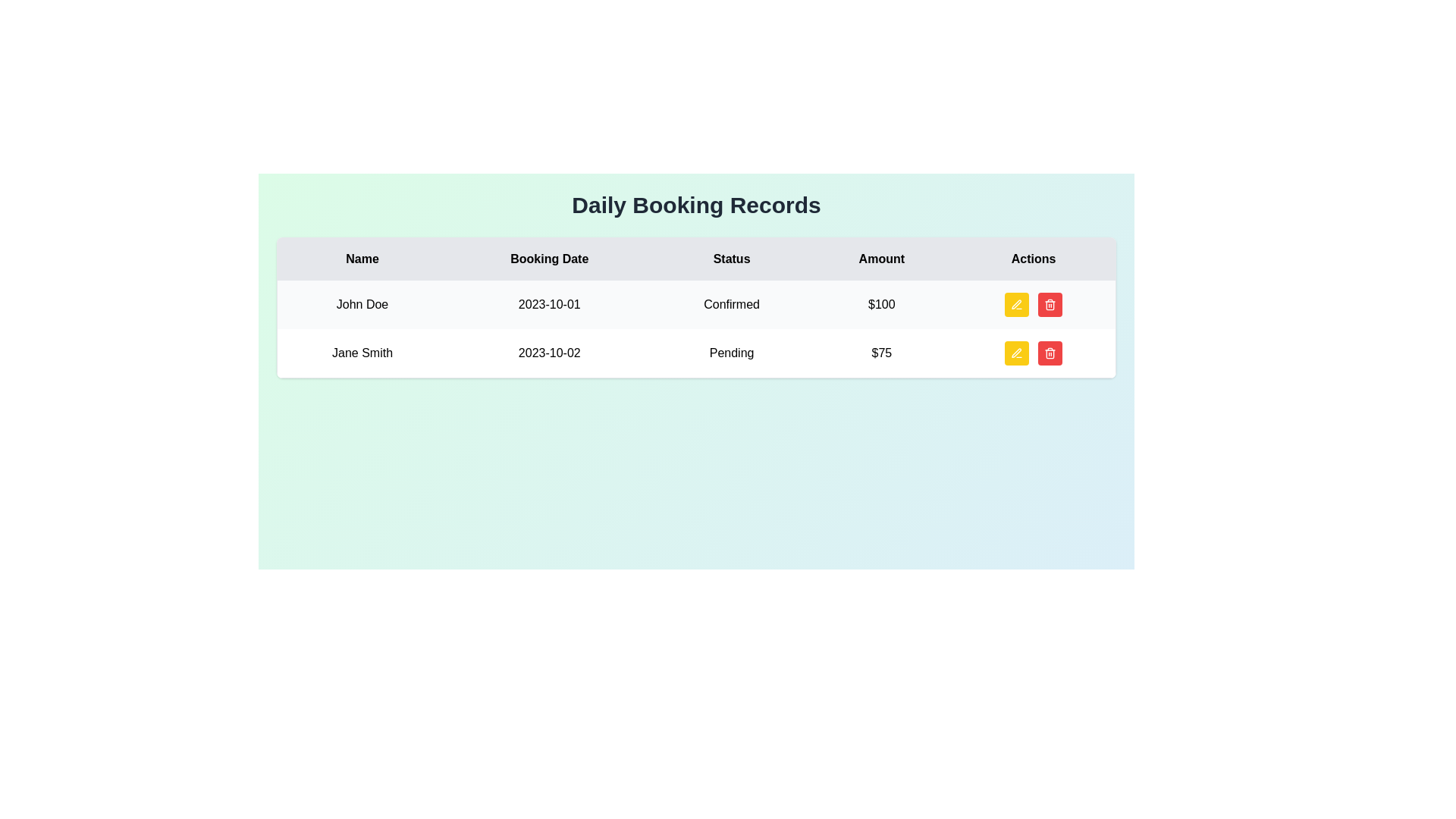  What do you see at coordinates (361, 304) in the screenshot?
I see `the text label displaying 'John Doe', which is located in the first column of the first data row under the 'Name' header in the 'Daily Booking Records' table` at bounding box center [361, 304].